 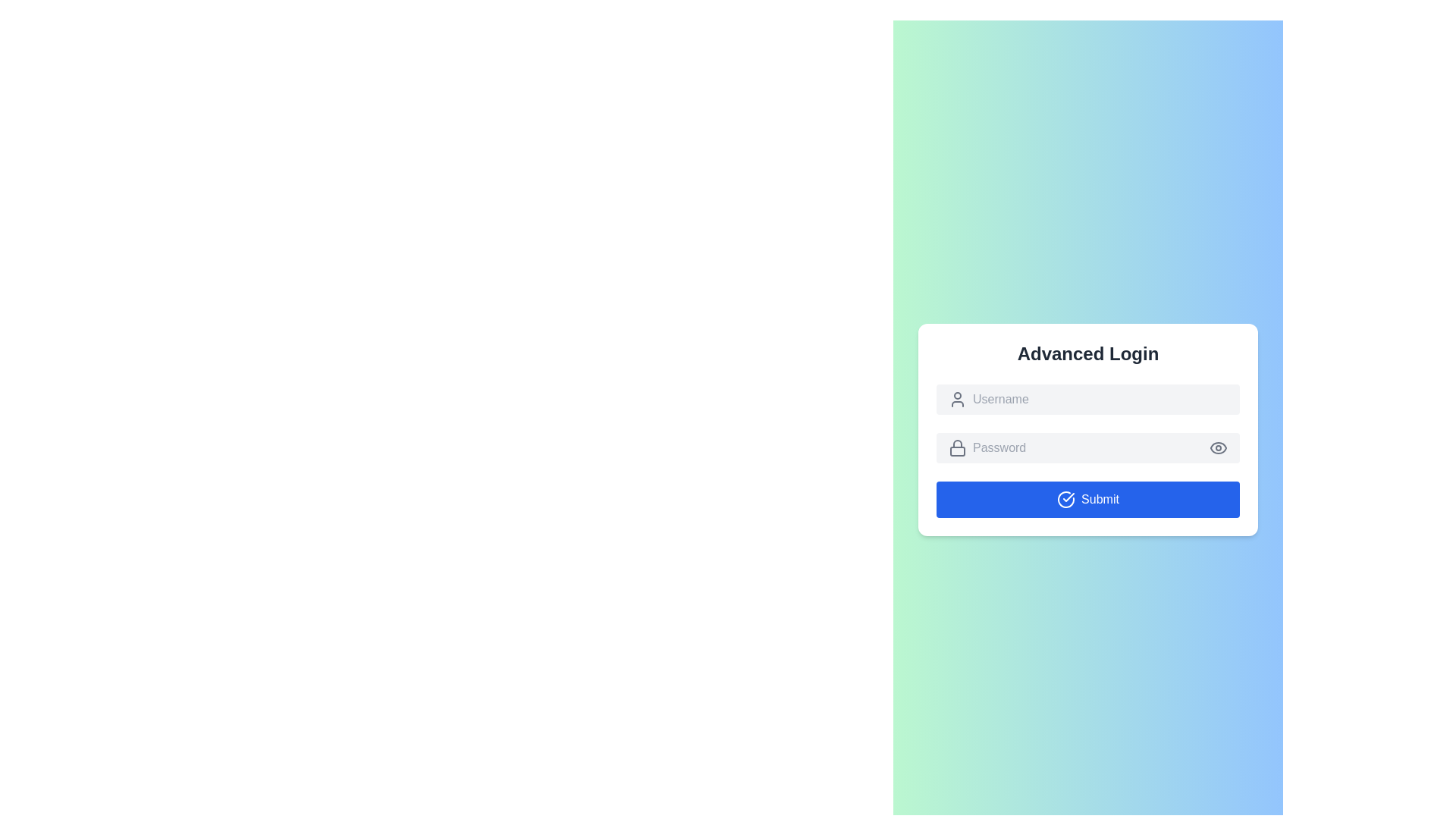 I want to click on the 'Submit' button with a bright blue background and white text, located below the password input field in the 'Advanced Login' form, so click(x=1087, y=500).